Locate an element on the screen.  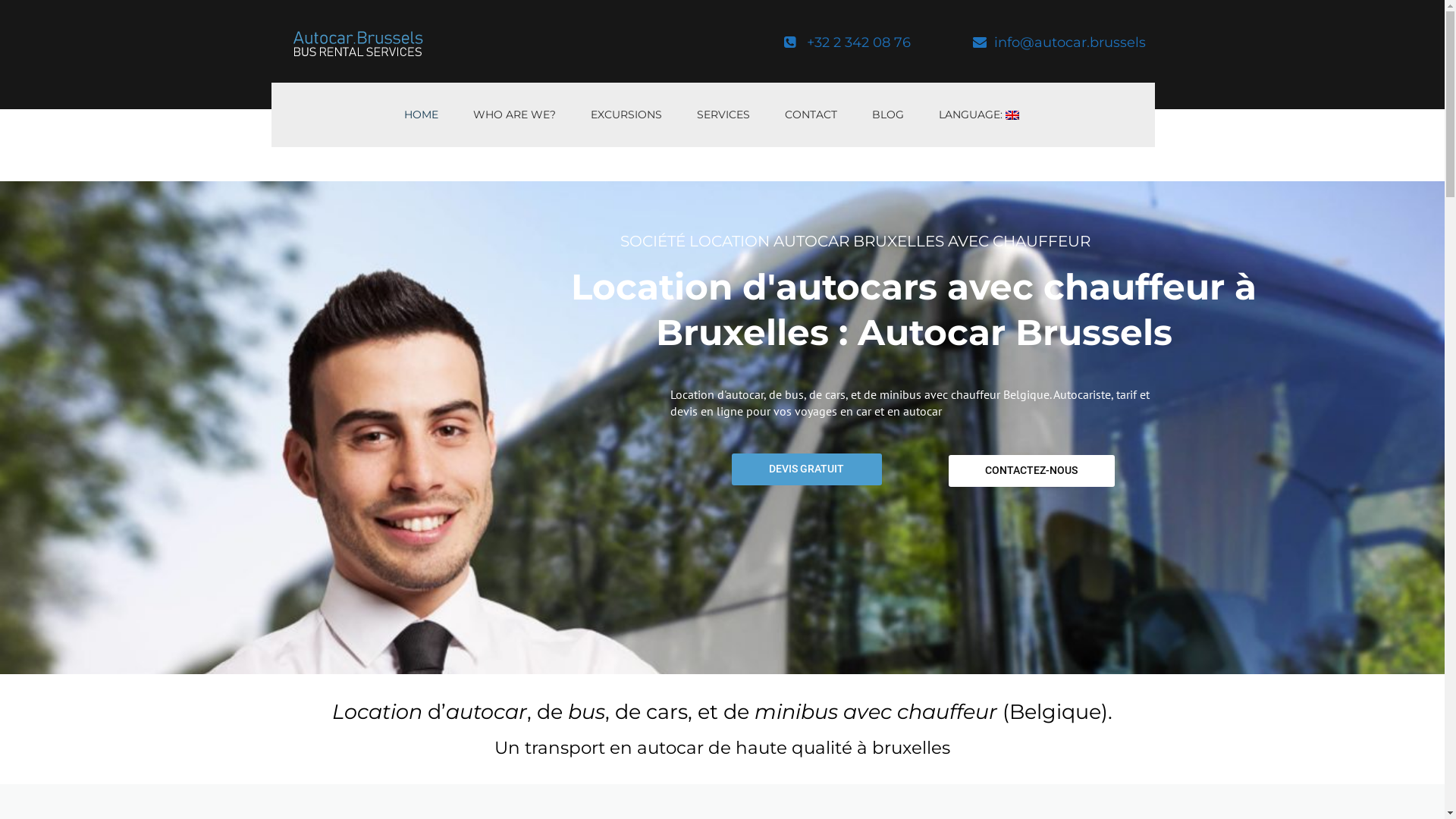
'HOME' is located at coordinates (388, 114).